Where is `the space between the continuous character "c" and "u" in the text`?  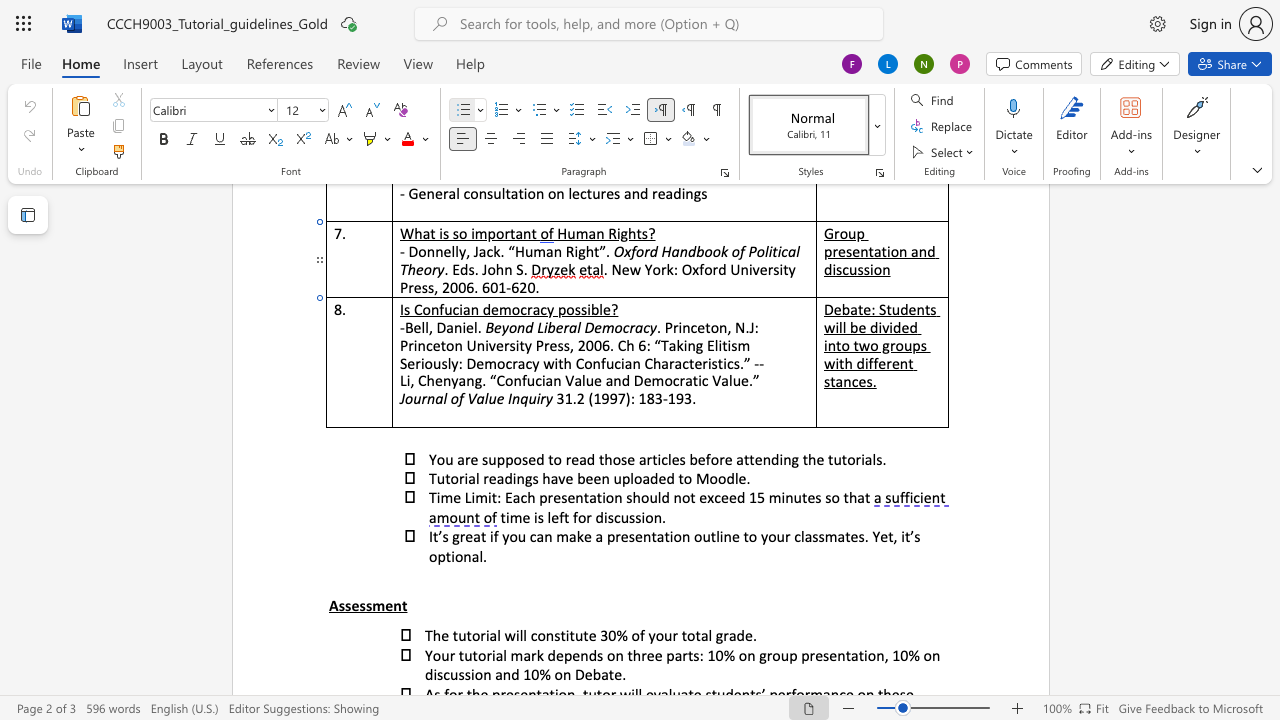 the space between the continuous character "c" and "u" in the text is located at coordinates (449, 674).